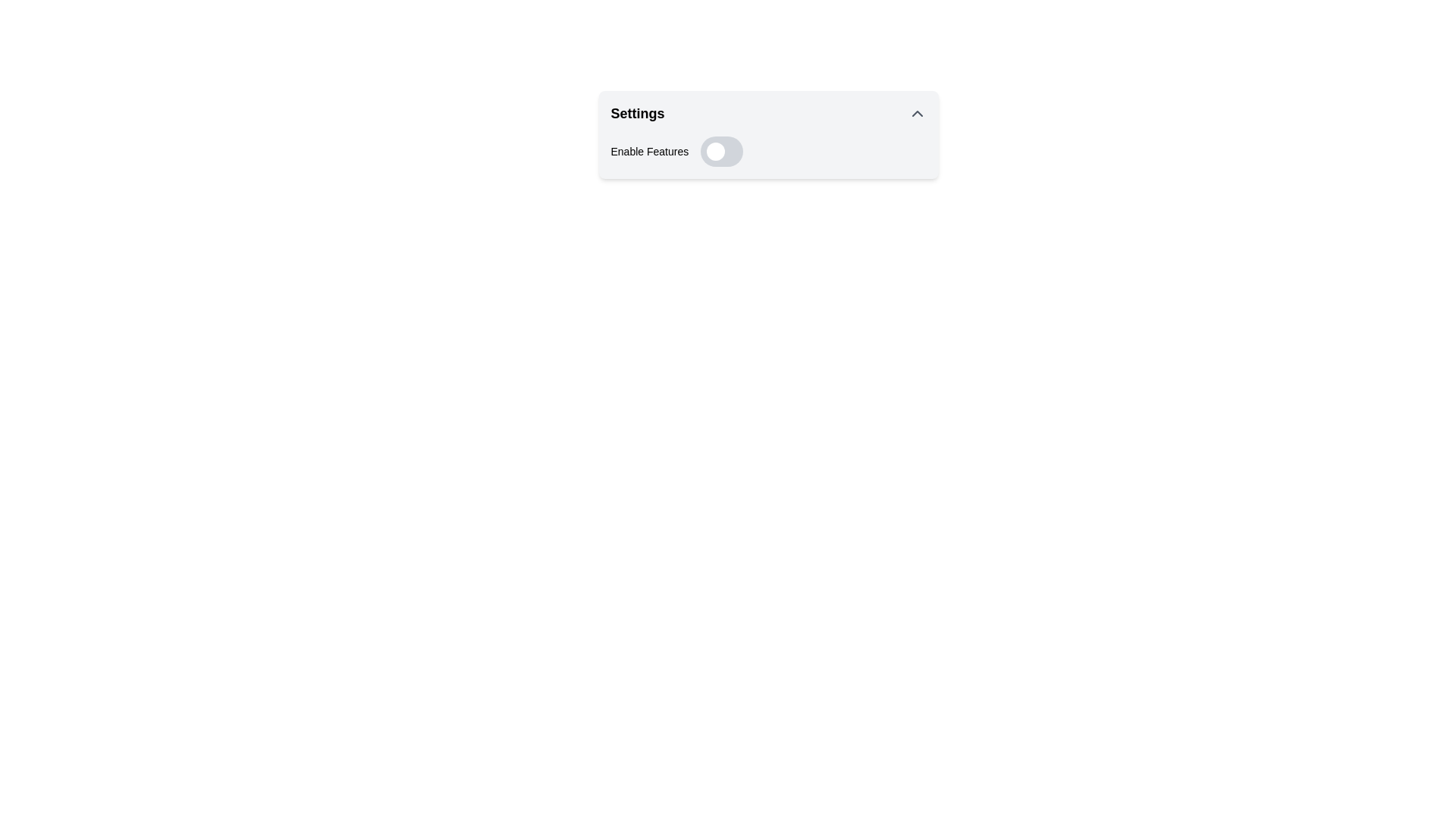 The image size is (1456, 819). What do you see at coordinates (649, 152) in the screenshot?
I see `the text label that provides context for the adjacent switch toggle, located in the top-left quadrant of the settings panel` at bounding box center [649, 152].